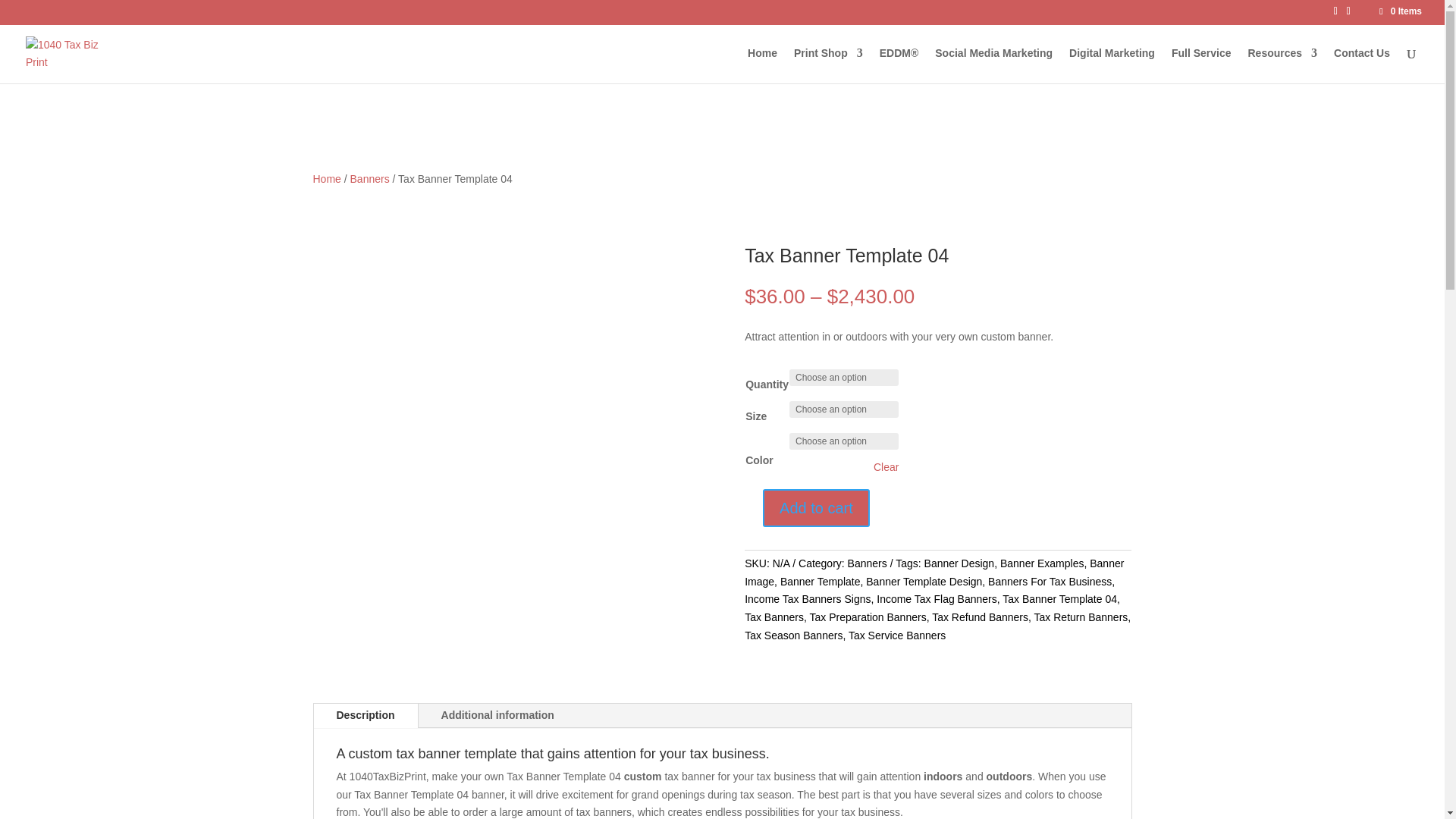 The height and width of the screenshot is (819, 1456). I want to click on 'Tax Banners', so click(774, 617).